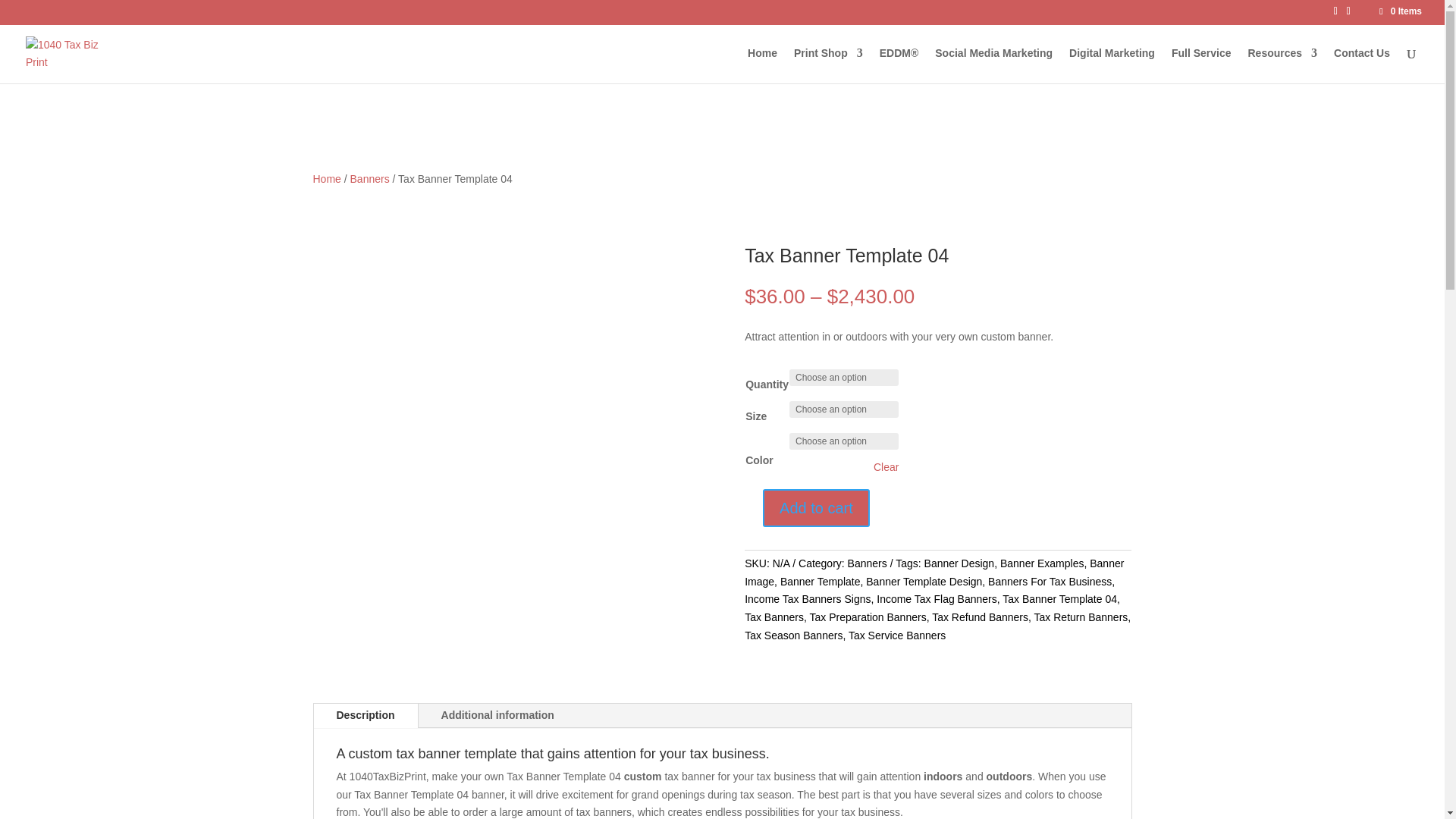 The height and width of the screenshot is (819, 1456). I want to click on 'Tax Banners', so click(774, 617).